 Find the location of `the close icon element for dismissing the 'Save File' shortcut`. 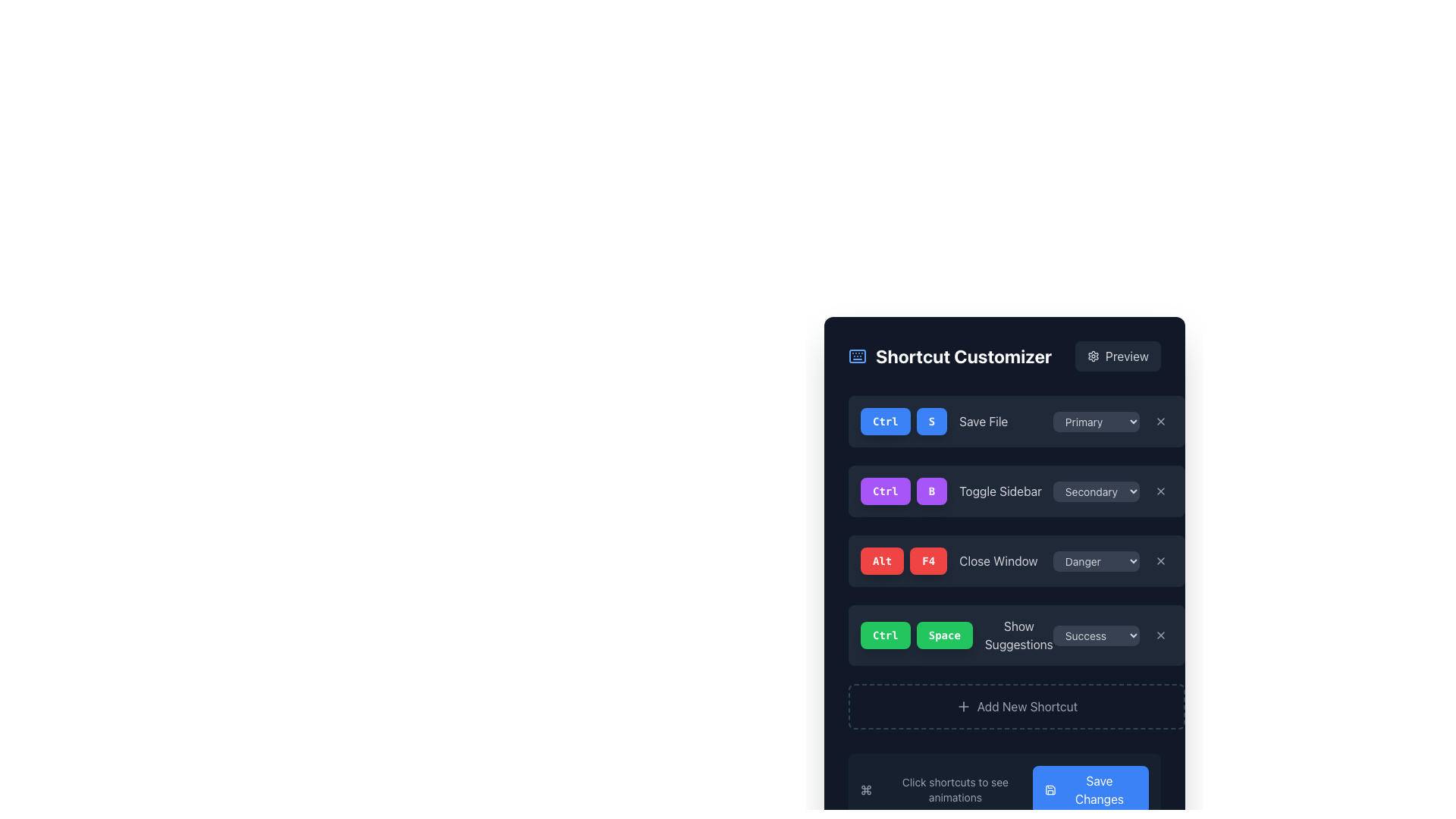

the close icon element for dismissing the 'Save File' shortcut is located at coordinates (1159, 421).